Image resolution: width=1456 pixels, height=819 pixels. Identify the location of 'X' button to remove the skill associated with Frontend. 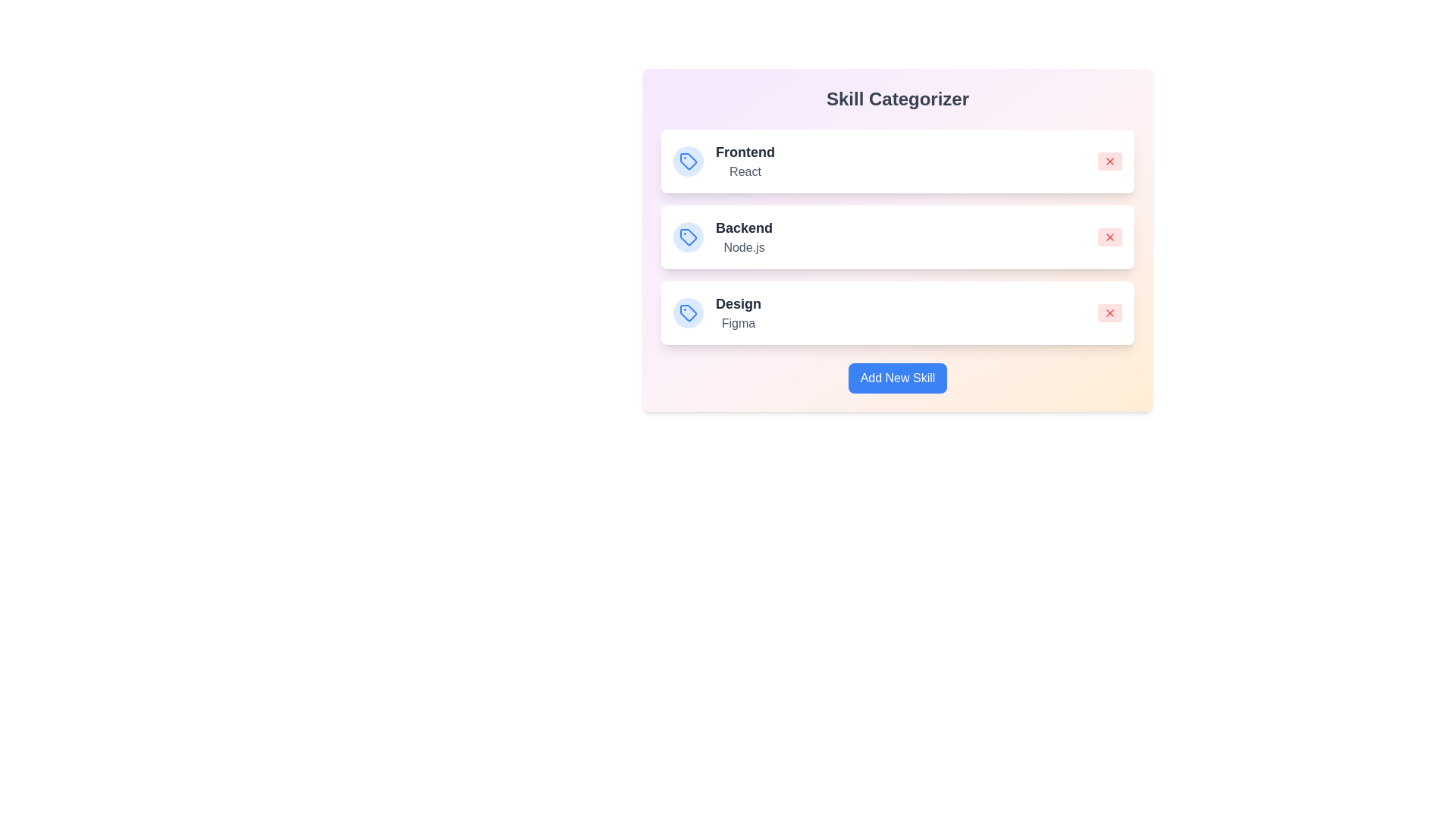
(1110, 161).